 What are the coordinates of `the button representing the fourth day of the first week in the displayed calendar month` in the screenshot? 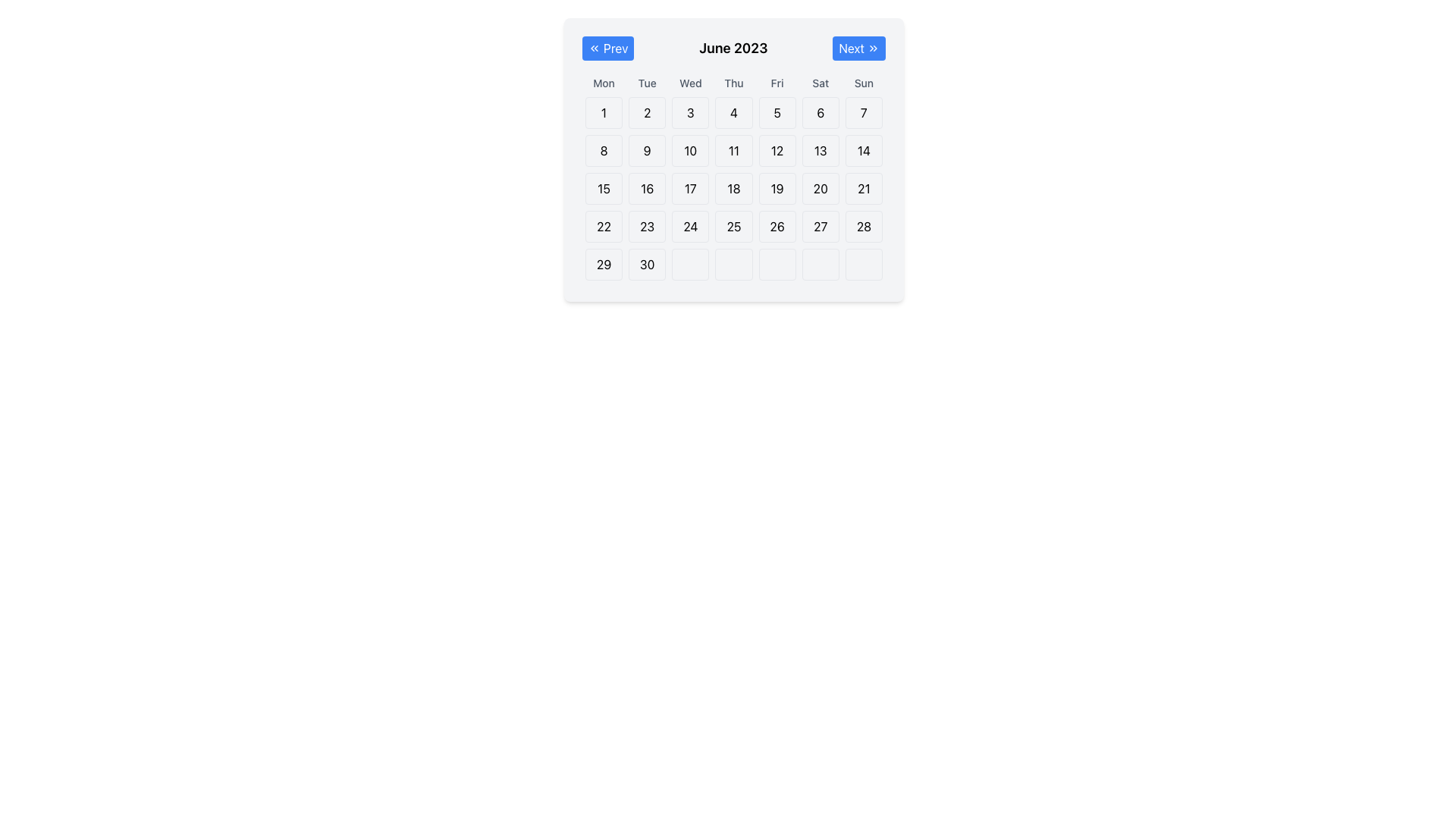 It's located at (734, 112).